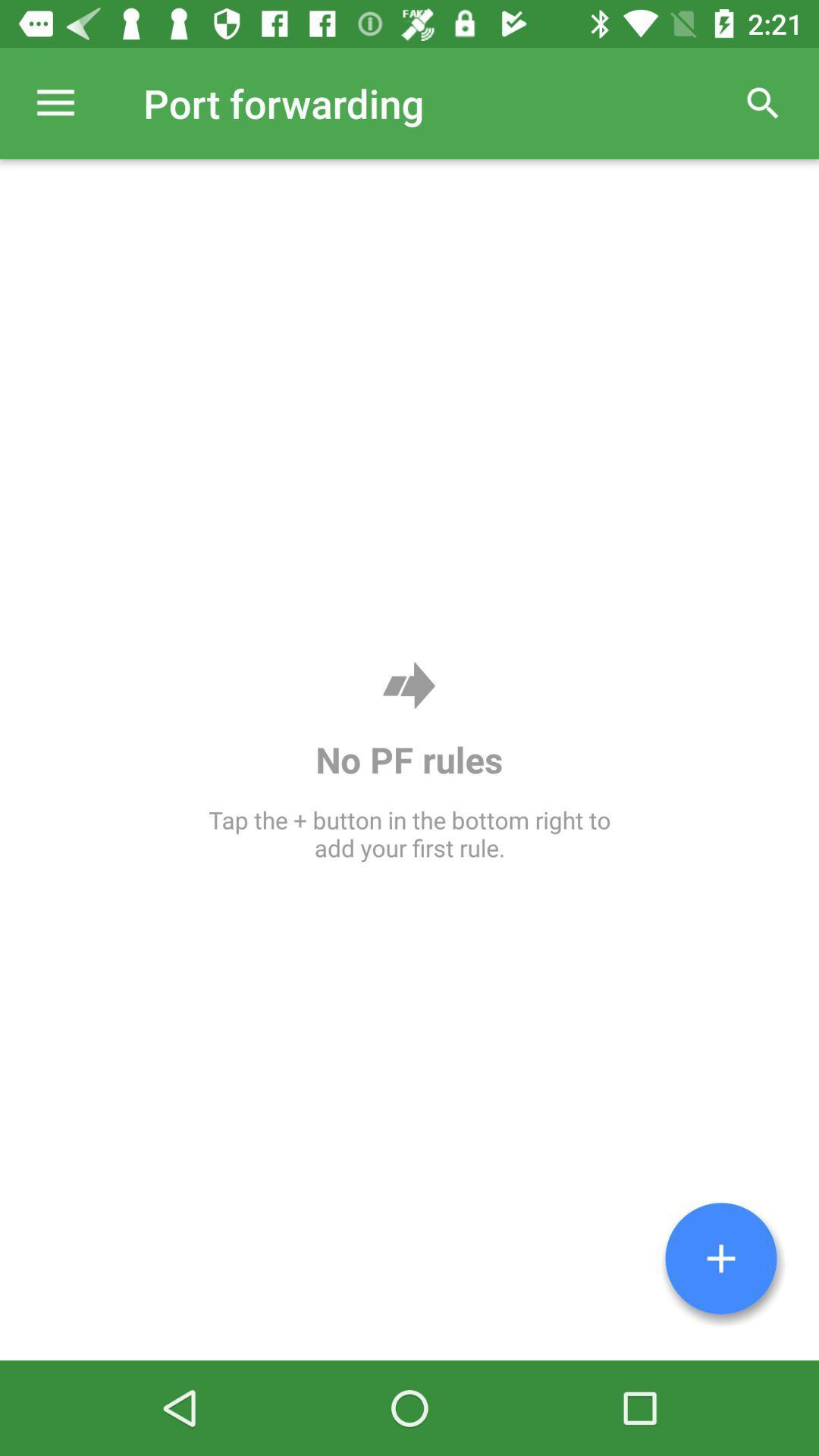 The image size is (819, 1456). I want to click on item at the top right corner, so click(763, 102).